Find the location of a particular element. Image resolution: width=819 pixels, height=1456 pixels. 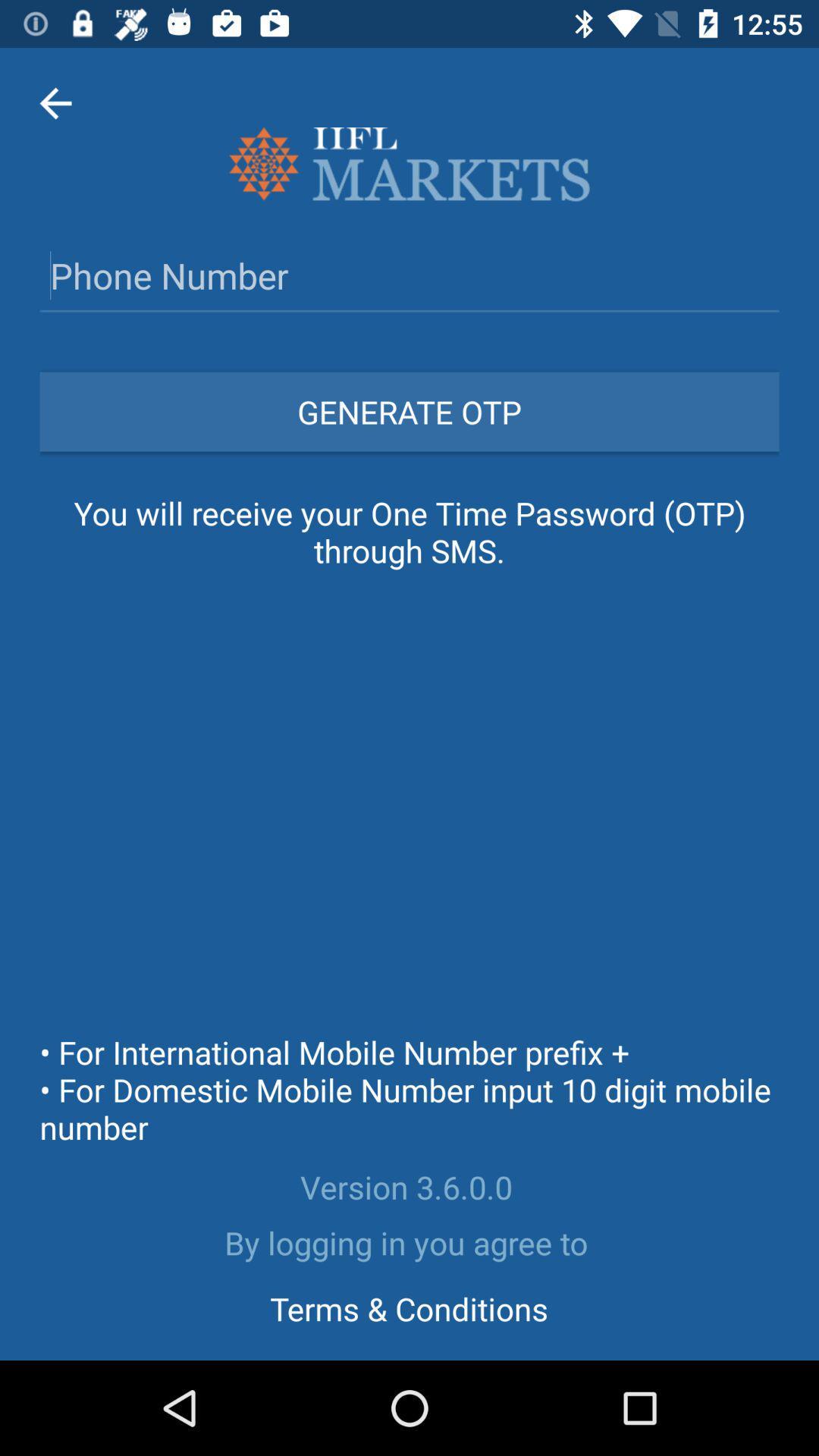

the item below version 3 6 item is located at coordinates (409, 1242).